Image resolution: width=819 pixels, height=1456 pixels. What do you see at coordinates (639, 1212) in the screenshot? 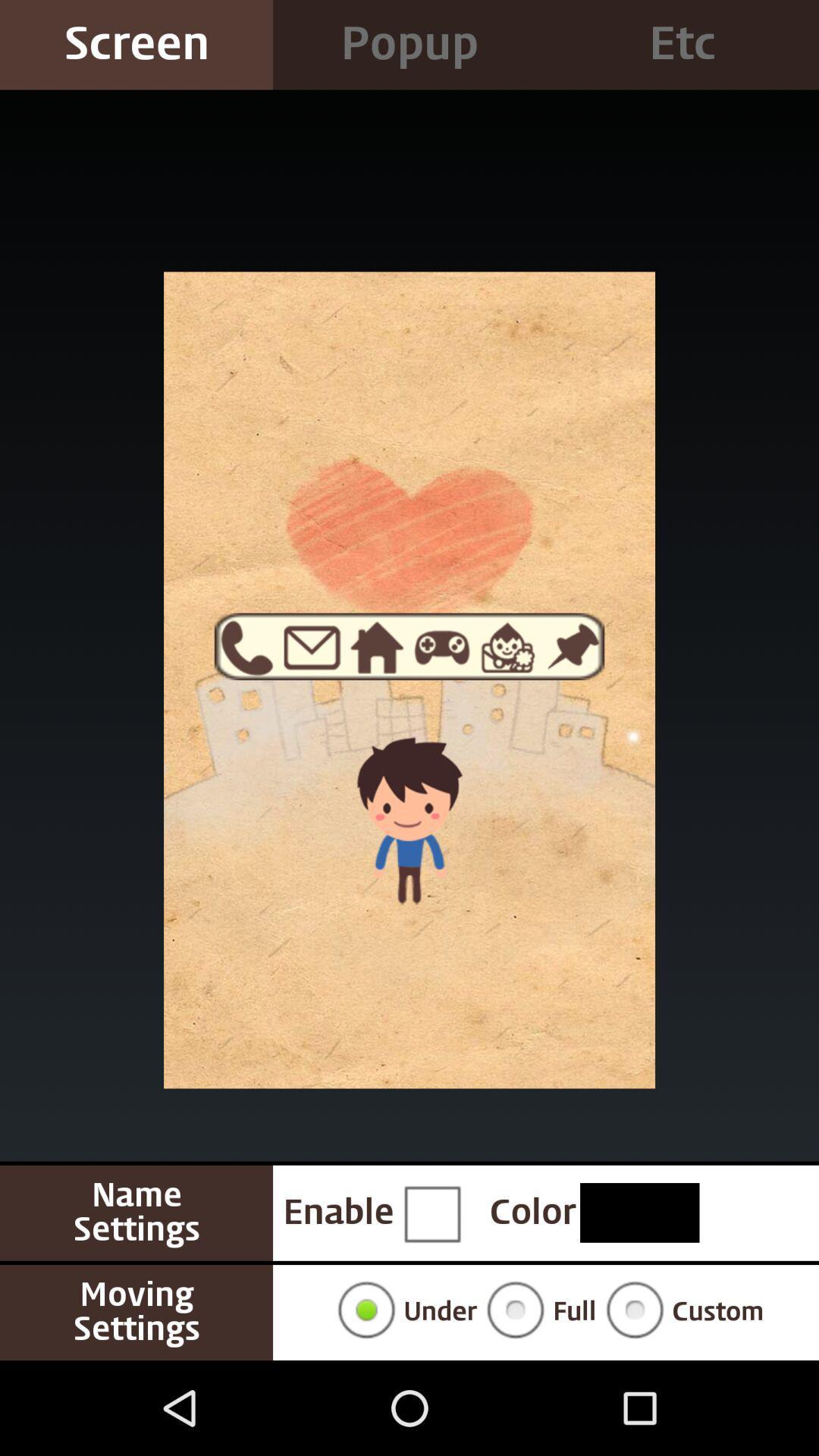
I see `choose a color` at bounding box center [639, 1212].